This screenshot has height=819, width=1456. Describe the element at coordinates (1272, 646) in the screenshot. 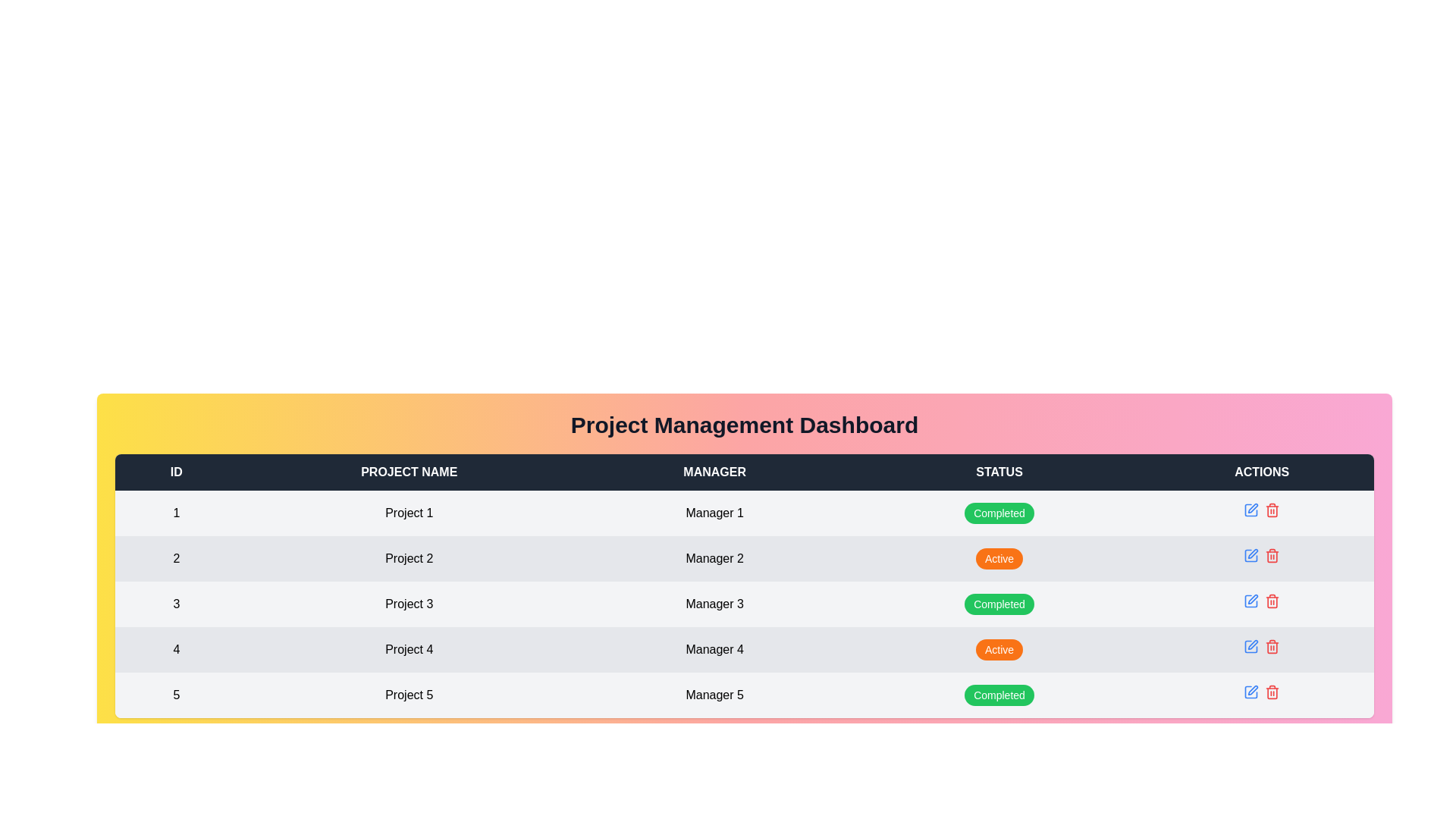

I see `the red trash bin icon in the 'Actions' column of the last row in the table to initiate a deletion action` at that location.